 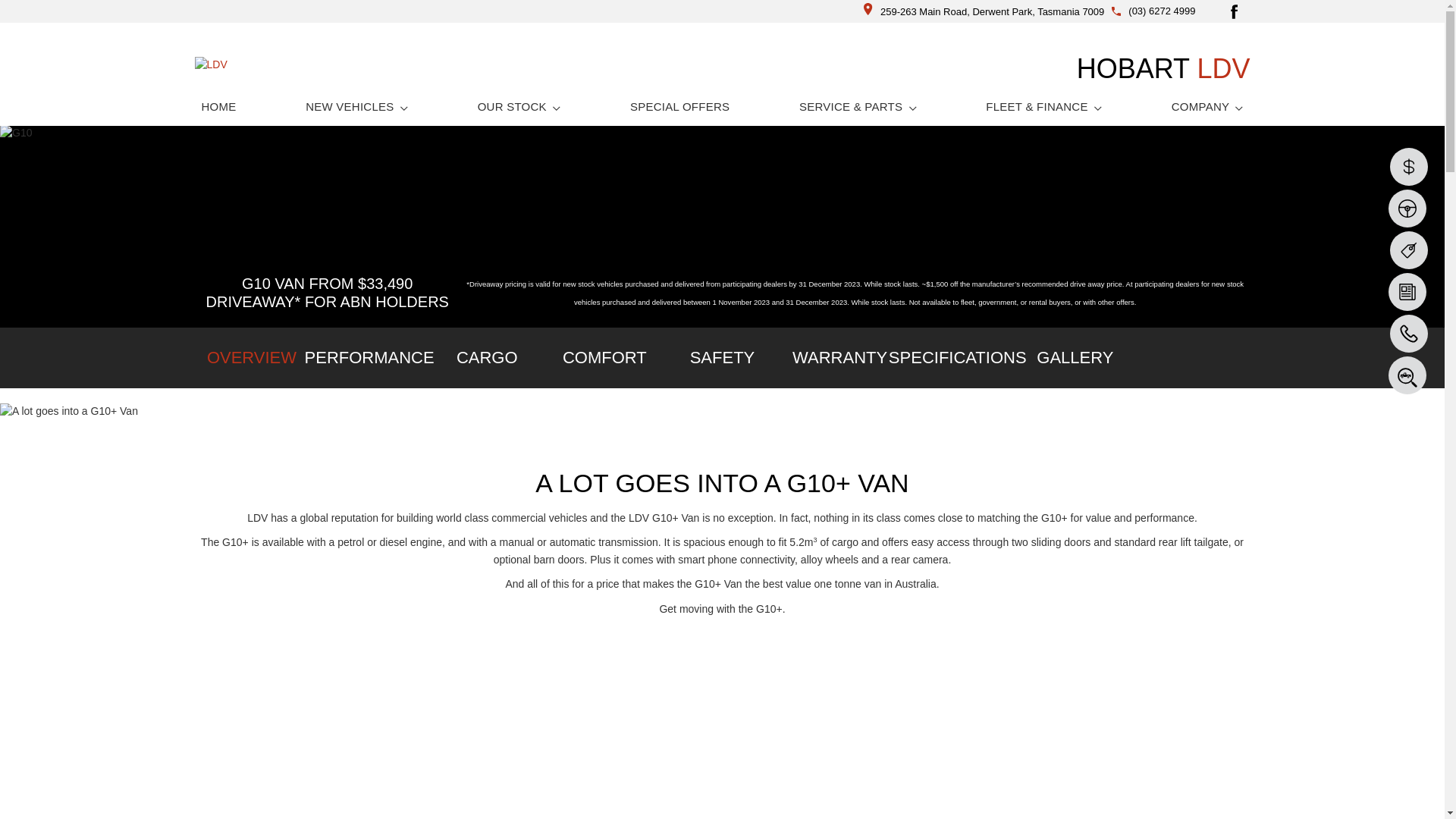 What do you see at coordinates (984, 11) in the screenshot?
I see `'259-263 Main Road, Derwent Park, Tasmania 7009'` at bounding box center [984, 11].